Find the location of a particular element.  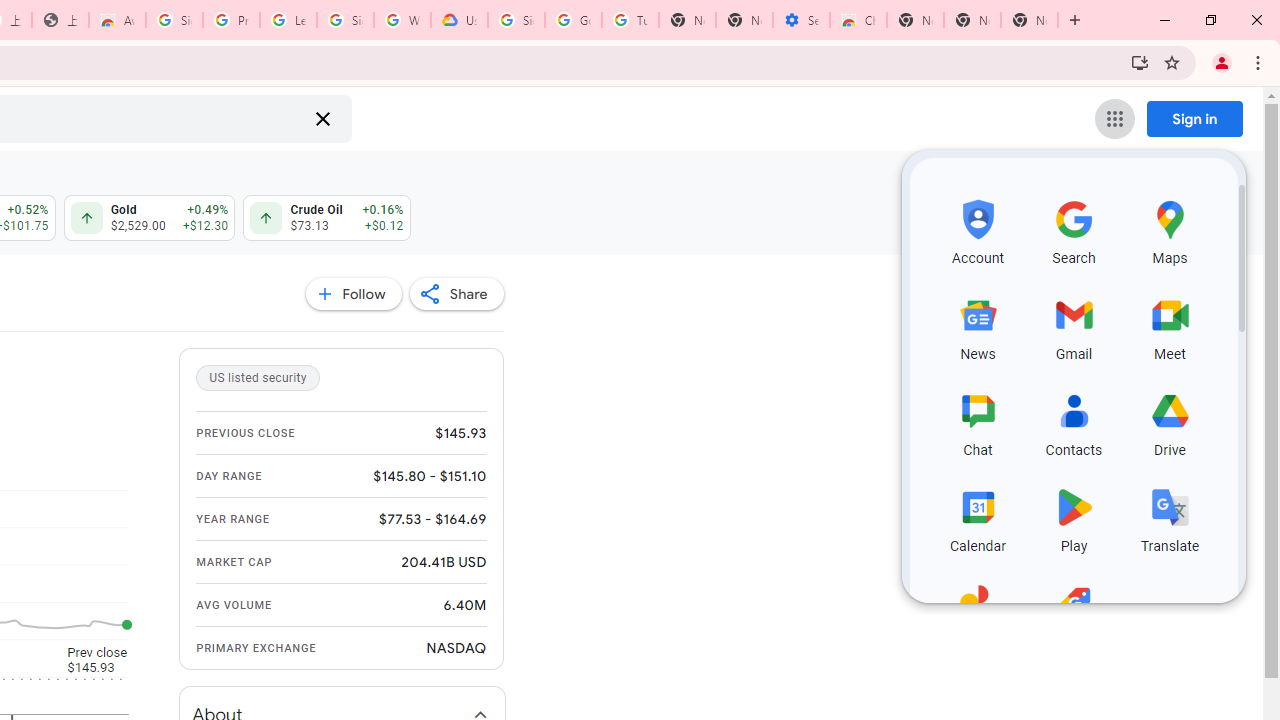

'Chrome Web Store - Accessibility extensions' is located at coordinates (858, 20).